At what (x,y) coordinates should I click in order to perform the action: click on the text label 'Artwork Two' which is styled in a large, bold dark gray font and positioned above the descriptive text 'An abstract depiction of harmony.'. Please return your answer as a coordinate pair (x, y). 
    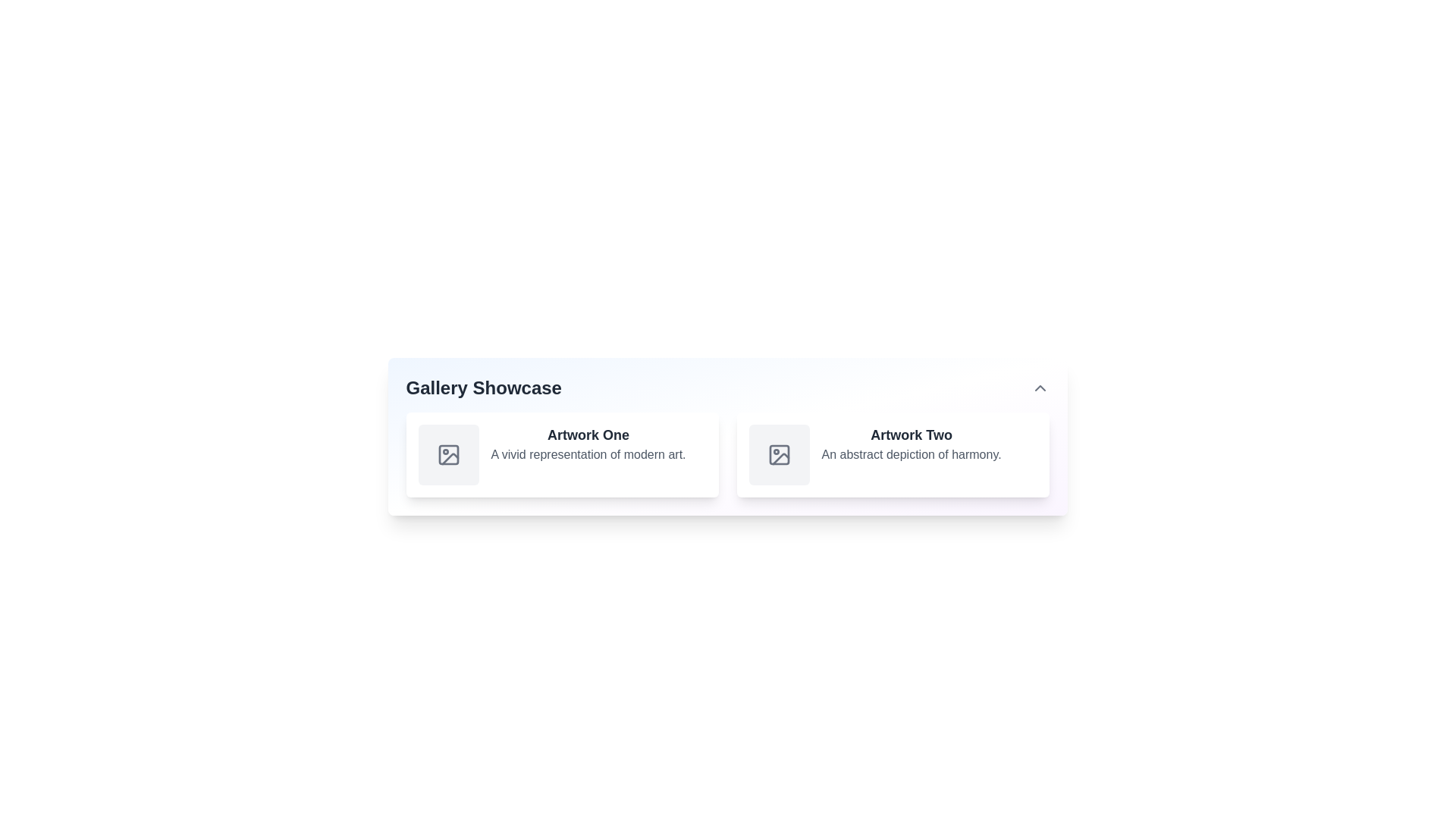
    Looking at the image, I should click on (911, 435).